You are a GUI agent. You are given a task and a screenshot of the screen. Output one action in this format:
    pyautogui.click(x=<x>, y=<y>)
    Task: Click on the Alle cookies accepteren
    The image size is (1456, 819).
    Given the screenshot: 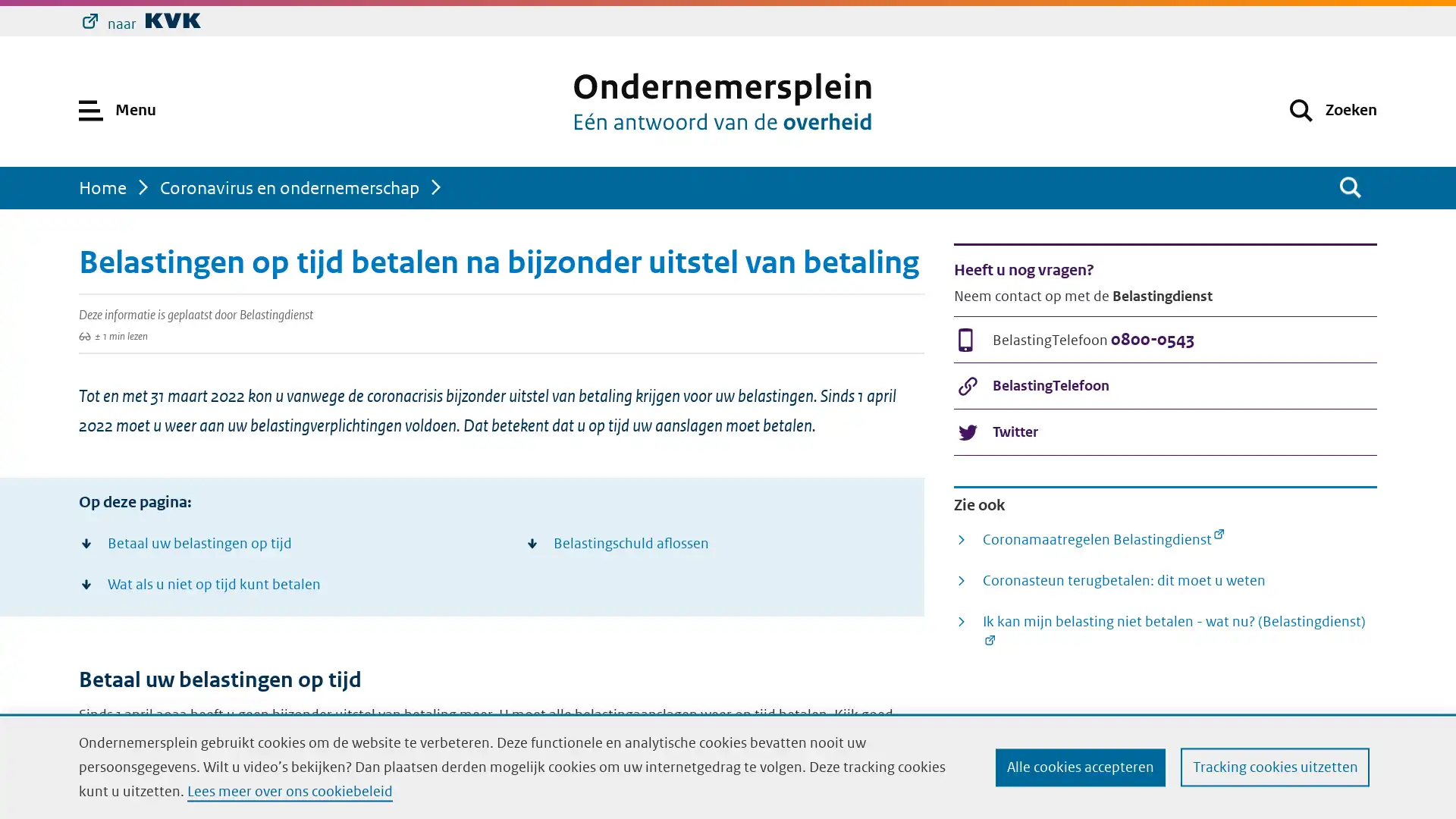 What is the action you would take?
    pyautogui.click(x=1080, y=767)
    